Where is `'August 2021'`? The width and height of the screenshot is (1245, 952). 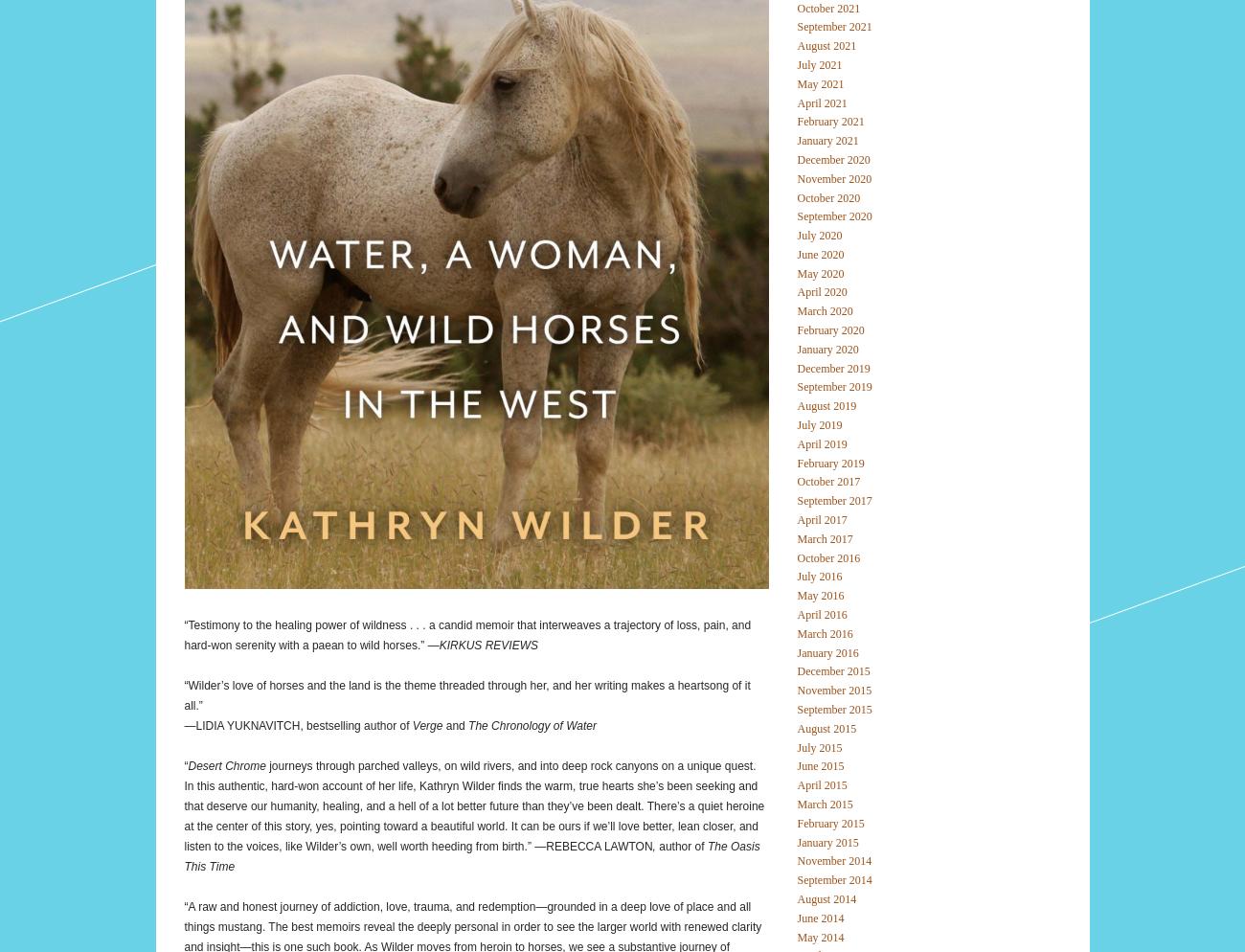 'August 2021' is located at coordinates (826, 45).